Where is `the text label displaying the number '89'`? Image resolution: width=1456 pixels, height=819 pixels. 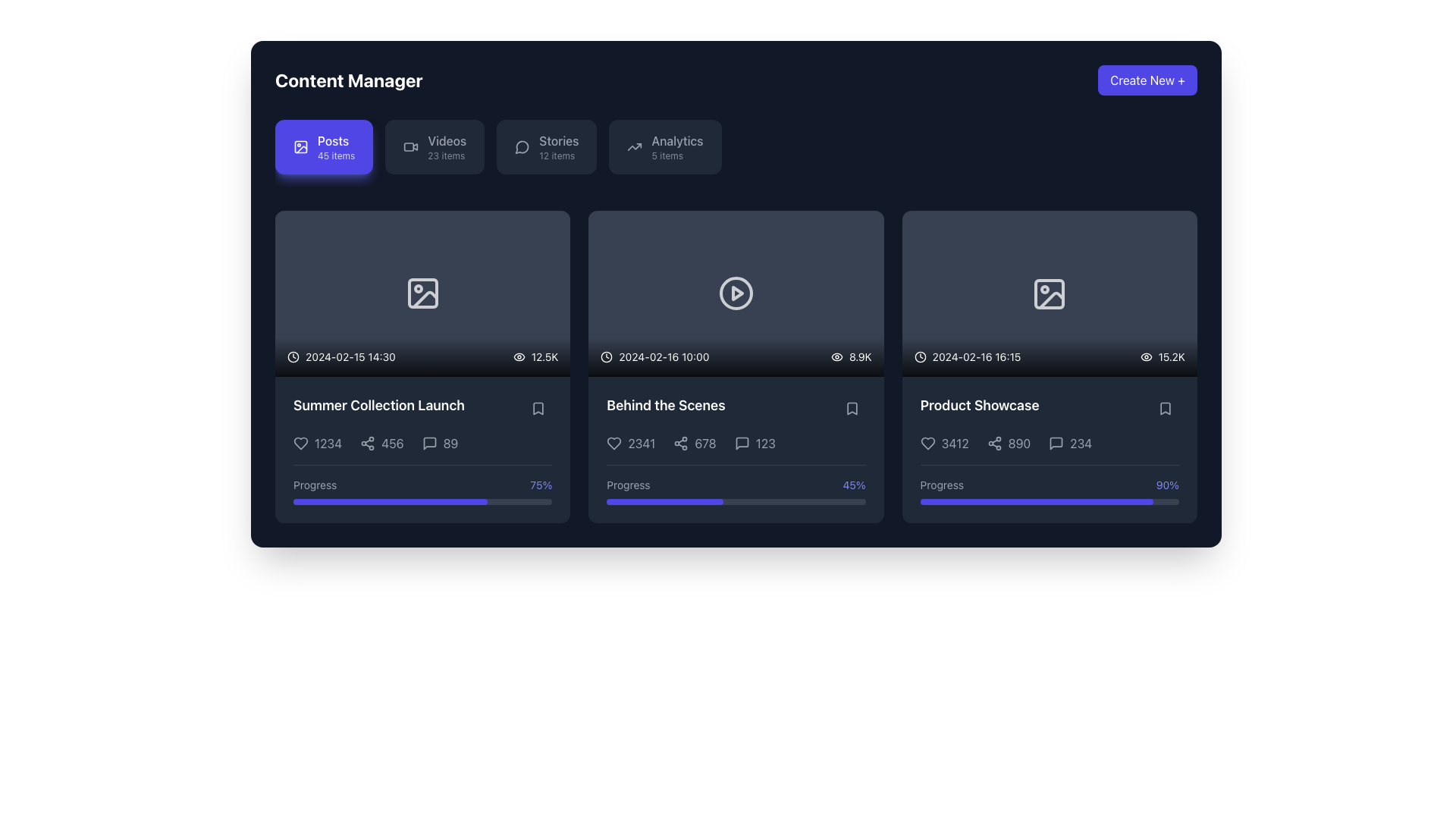 the text label displaying the number '89' is located at coordinates (450, 443).